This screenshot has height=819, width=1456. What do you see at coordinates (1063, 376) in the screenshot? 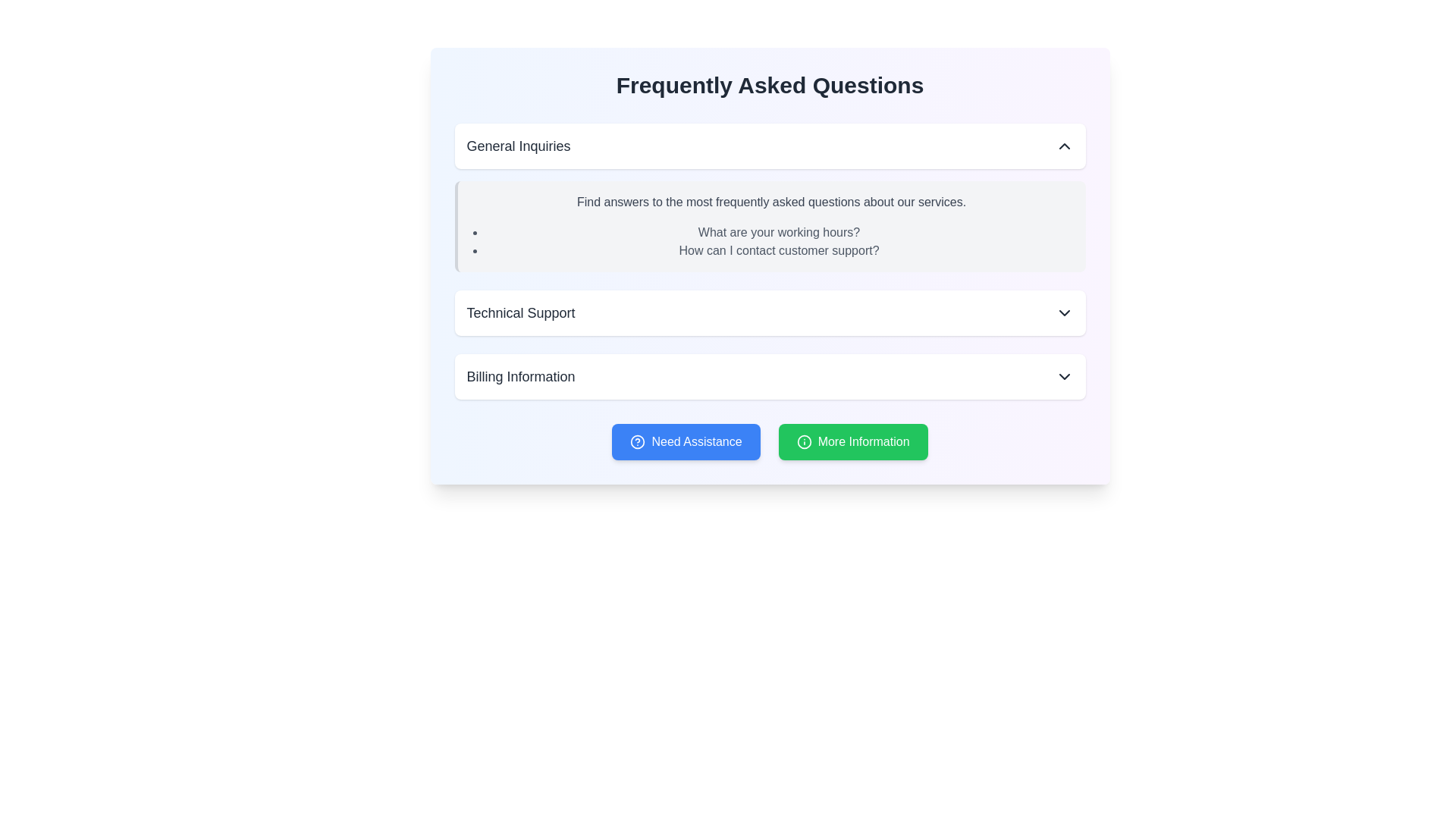
I see `the chevron-down icon located to the far right of the 'Billing Information' section header` at bounding box center [1063, 376].